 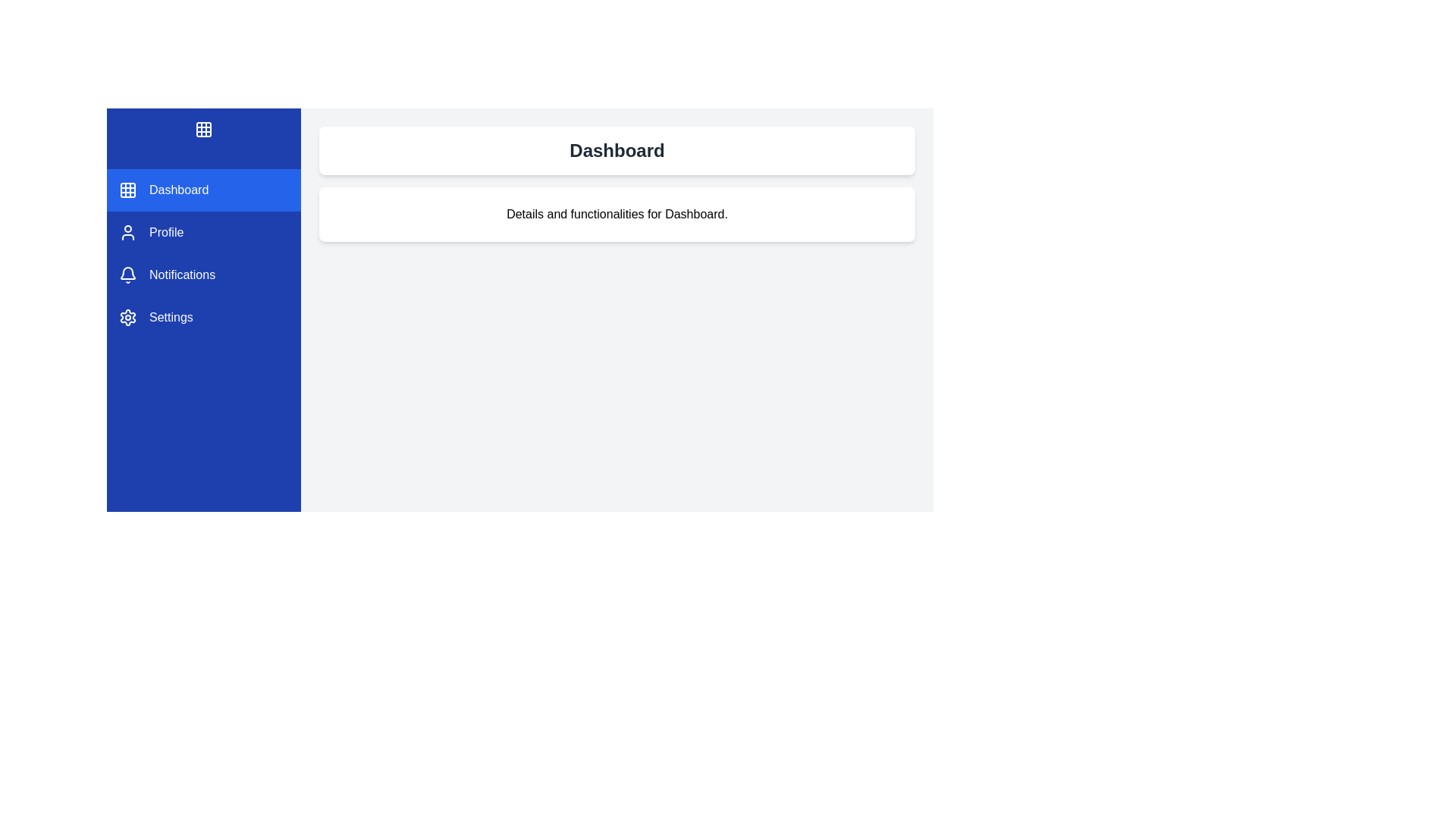 I want to click on the gear-shaped icon indicating settings, located in the sidebar to the right of the 'Settings' text, so click(x=127, y=317).